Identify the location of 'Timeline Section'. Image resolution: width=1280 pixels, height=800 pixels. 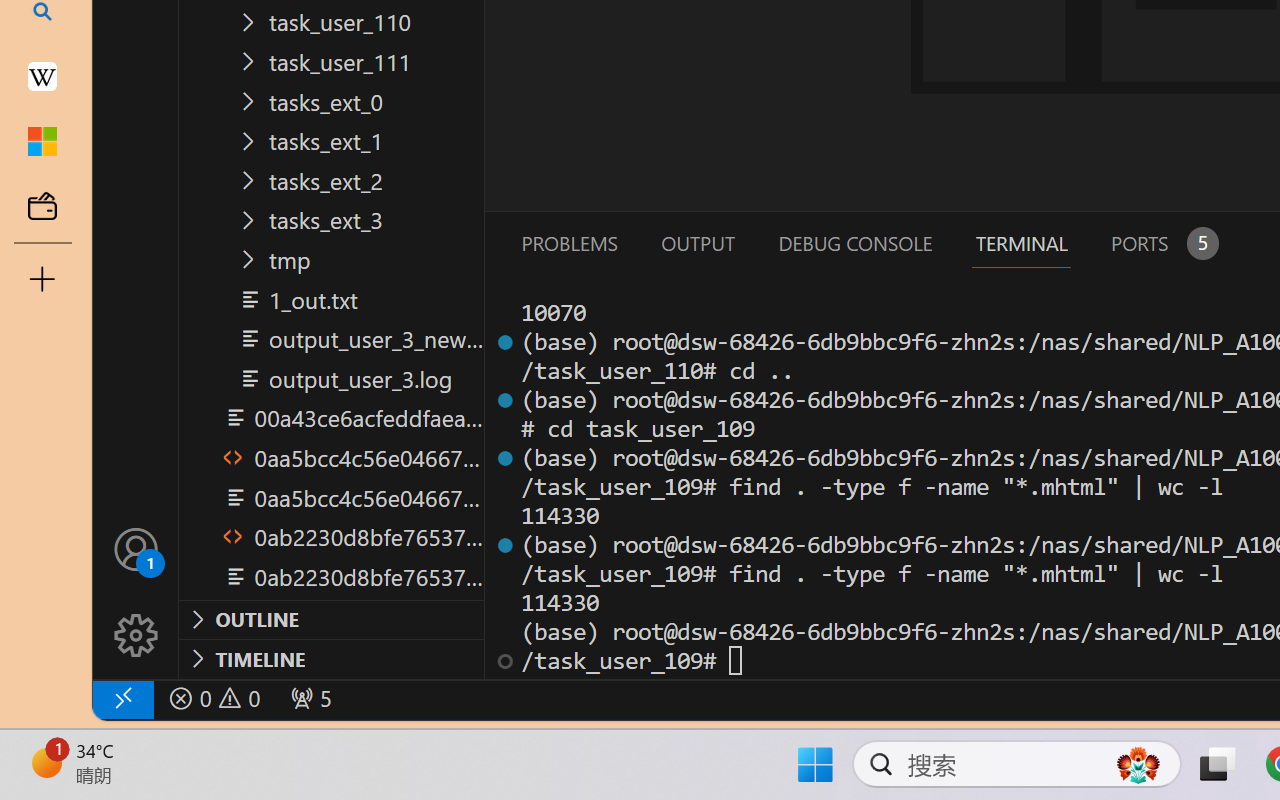
(331, 657).